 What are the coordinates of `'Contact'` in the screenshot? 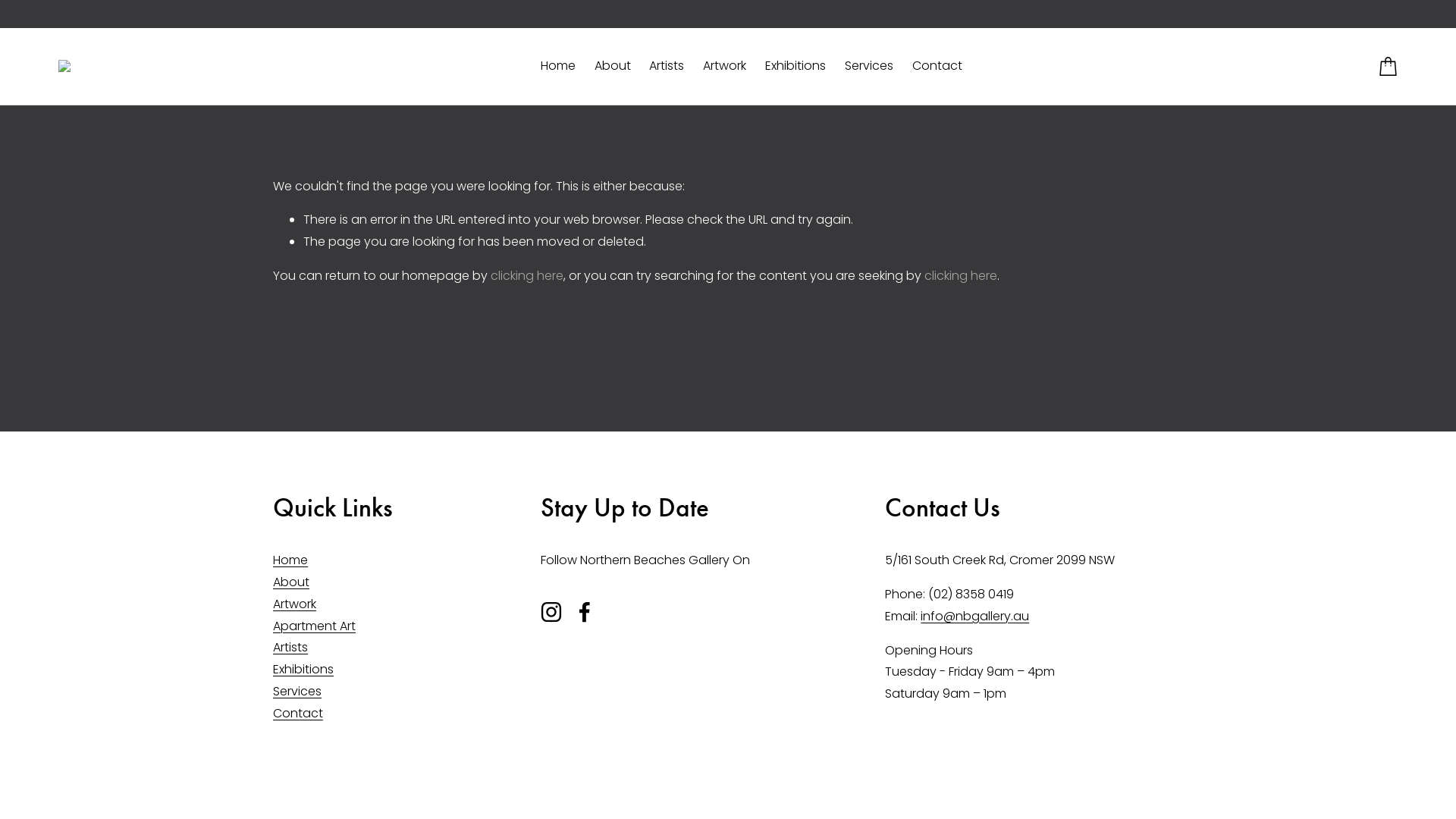 It's located at (298, 714).